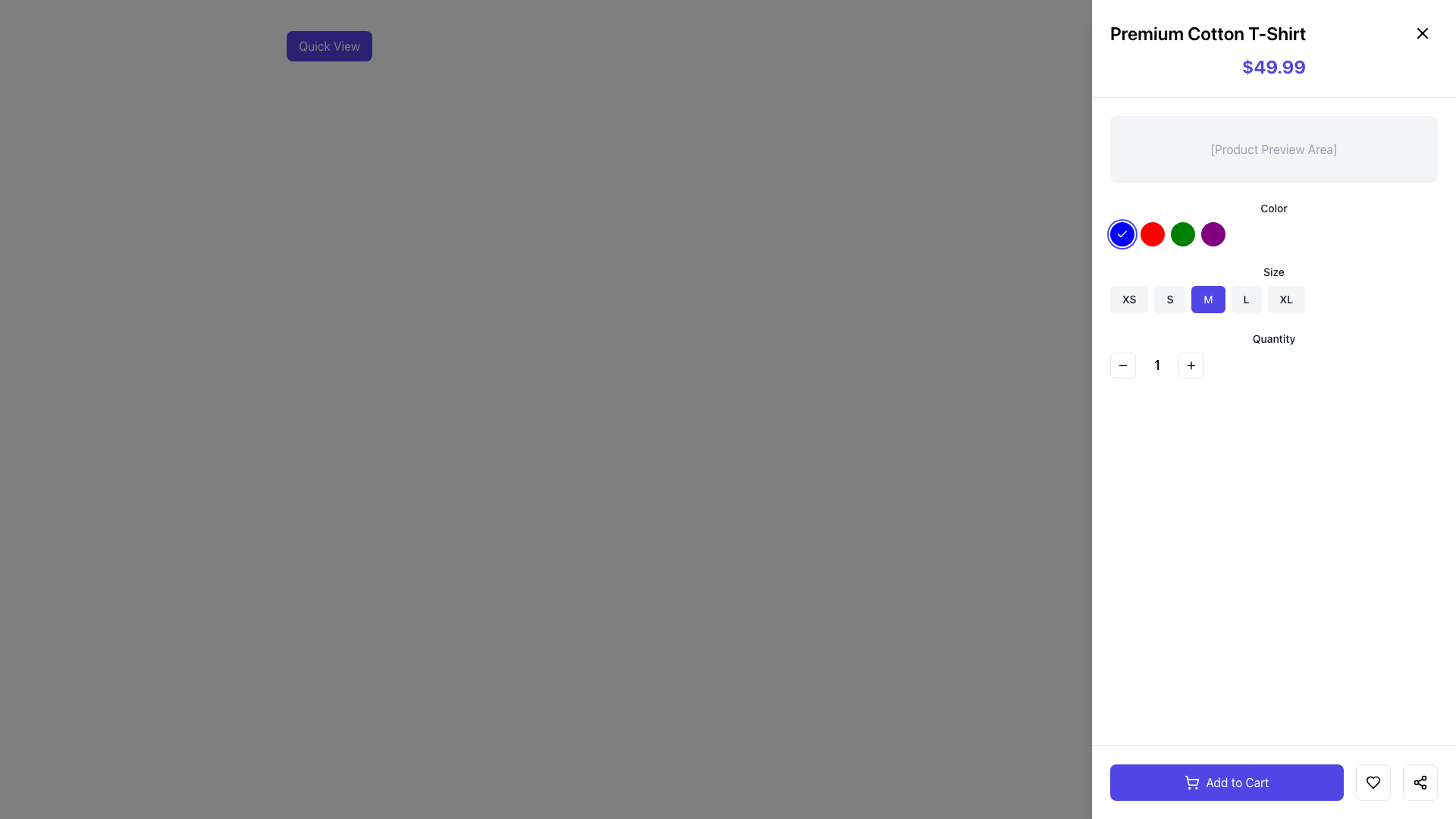 The height and width of the screenshot is (819, 1456). What do you see at coordinates (1191, 780) in the screenshot?
I see `the shopping cart icon within the 'Add to Cart' button located at the bottom-right of the interface` at bounding box center [1191, 780].